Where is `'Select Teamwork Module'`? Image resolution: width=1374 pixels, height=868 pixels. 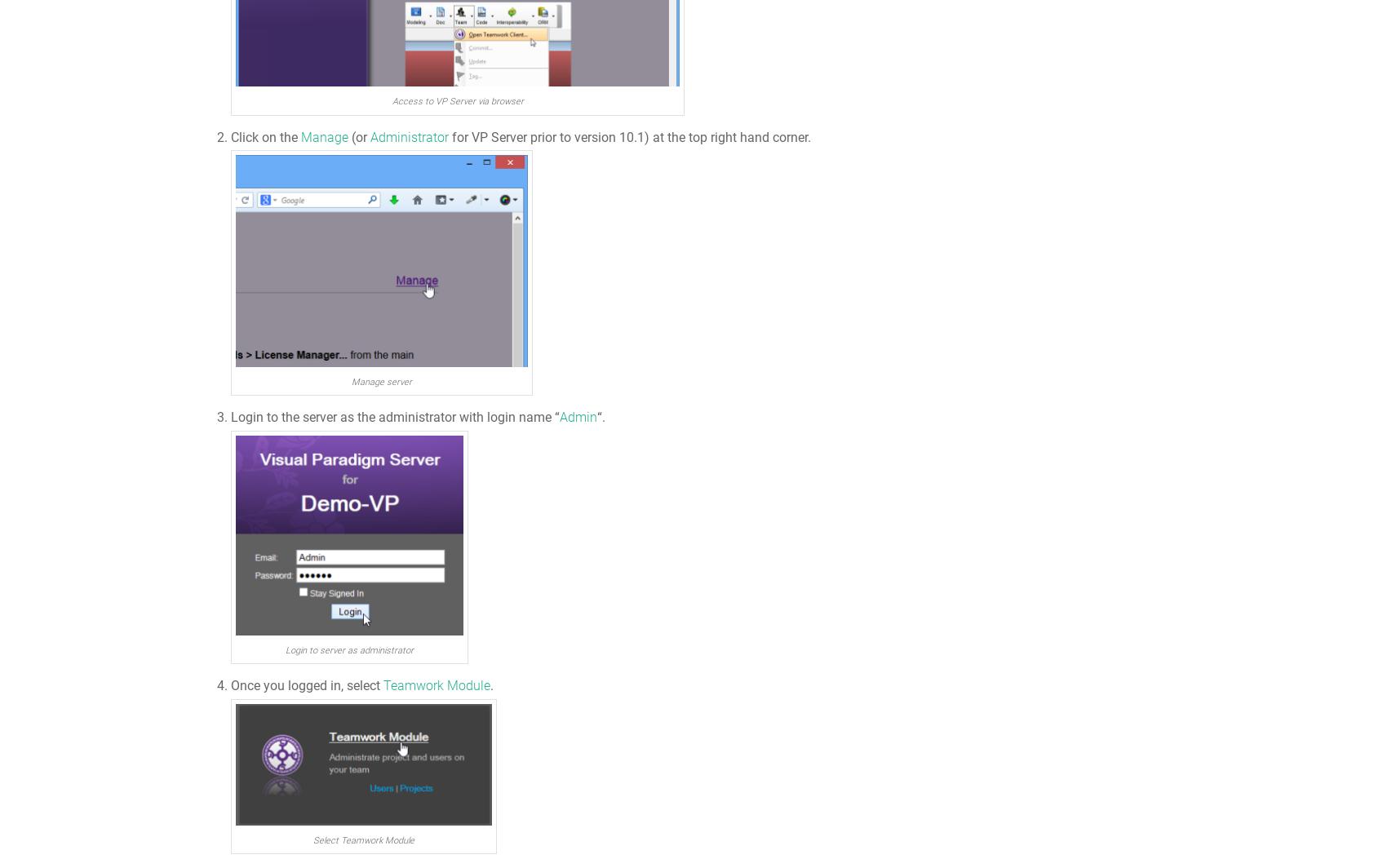
'Select Teamwork Module' is located at coordinates (362, 839).